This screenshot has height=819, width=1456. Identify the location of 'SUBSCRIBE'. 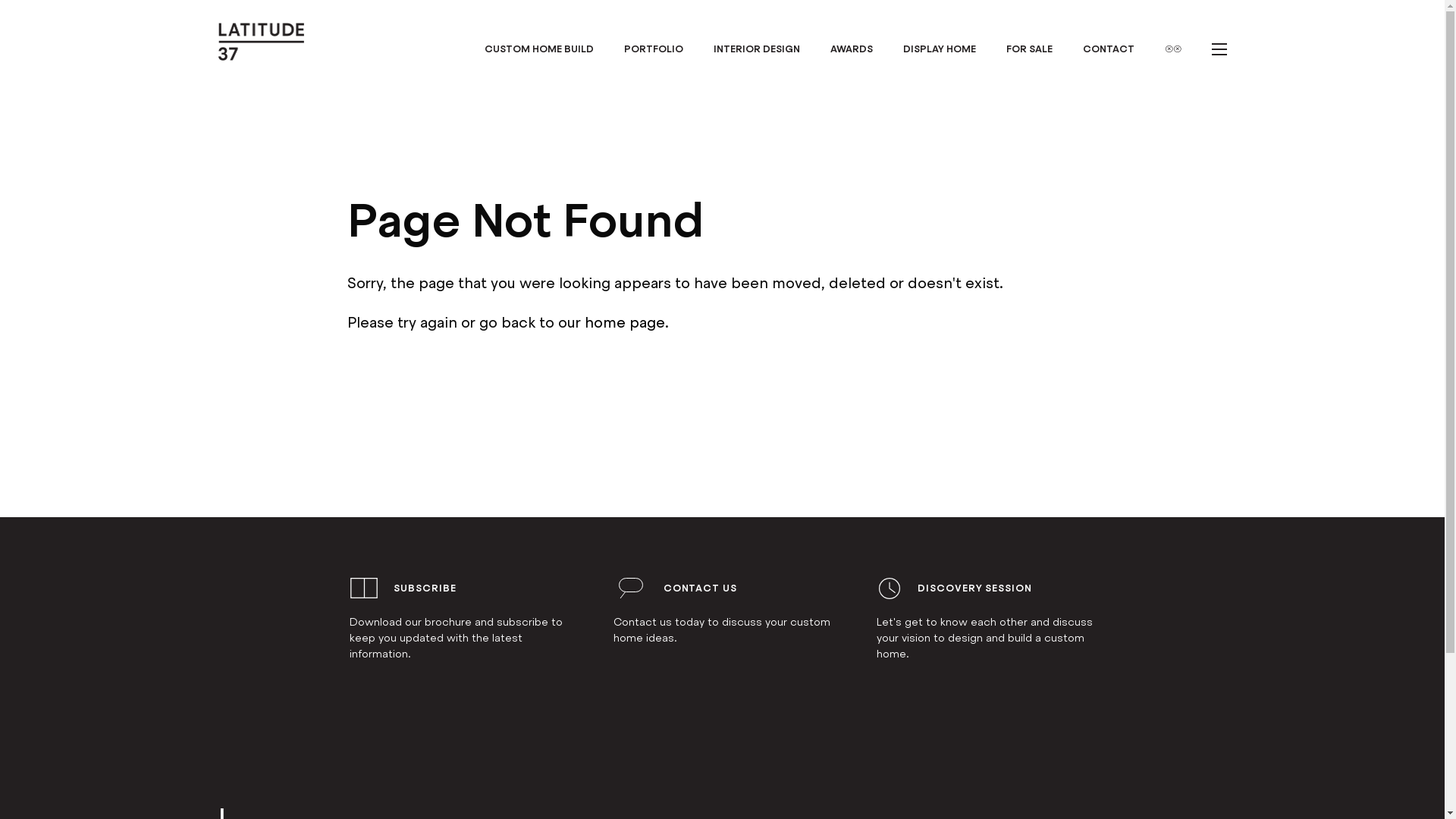
(425, 587).